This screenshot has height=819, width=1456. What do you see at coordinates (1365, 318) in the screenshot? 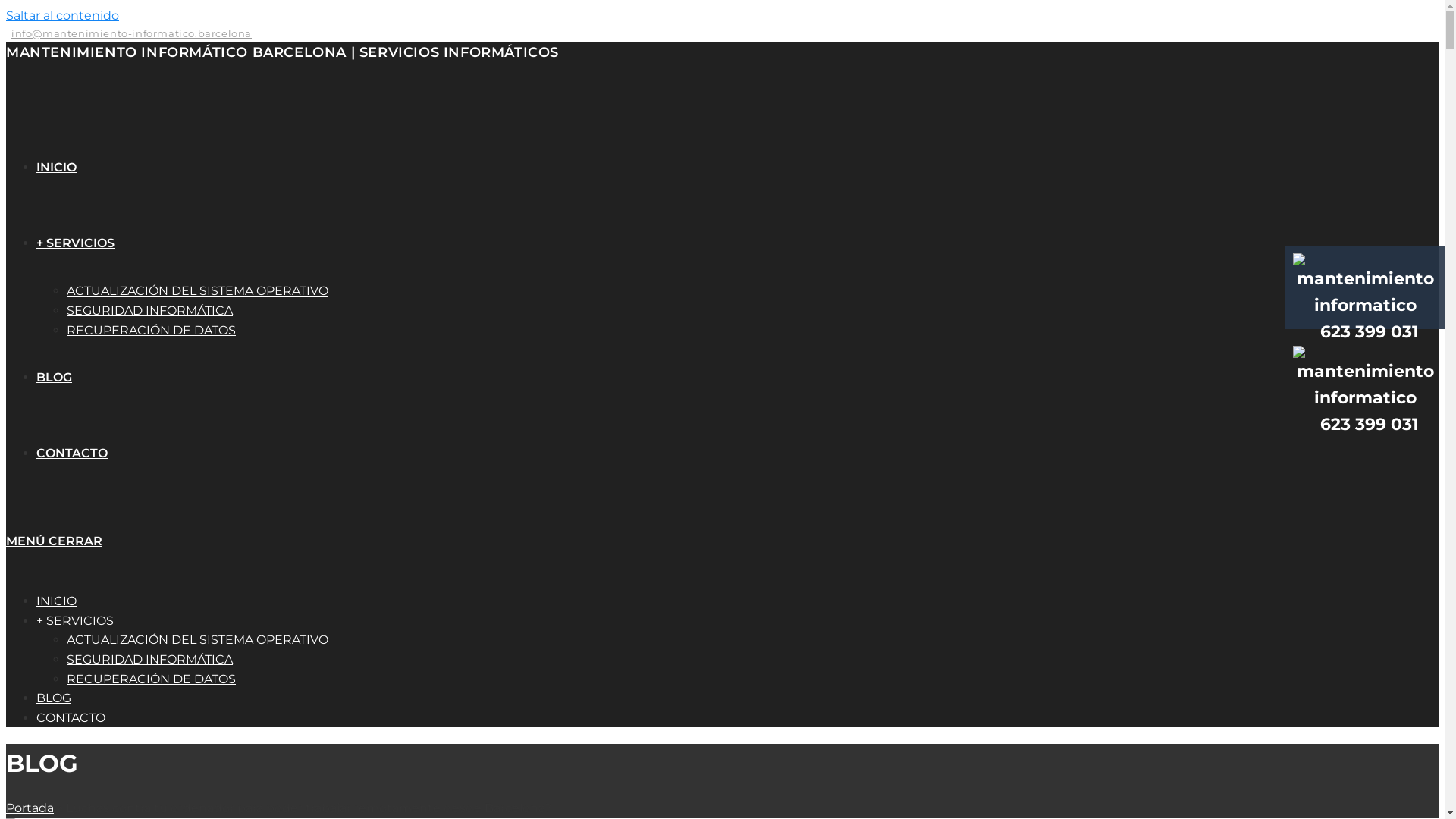
I see `'  623 399 031'` at bounding box center [1365, 318].